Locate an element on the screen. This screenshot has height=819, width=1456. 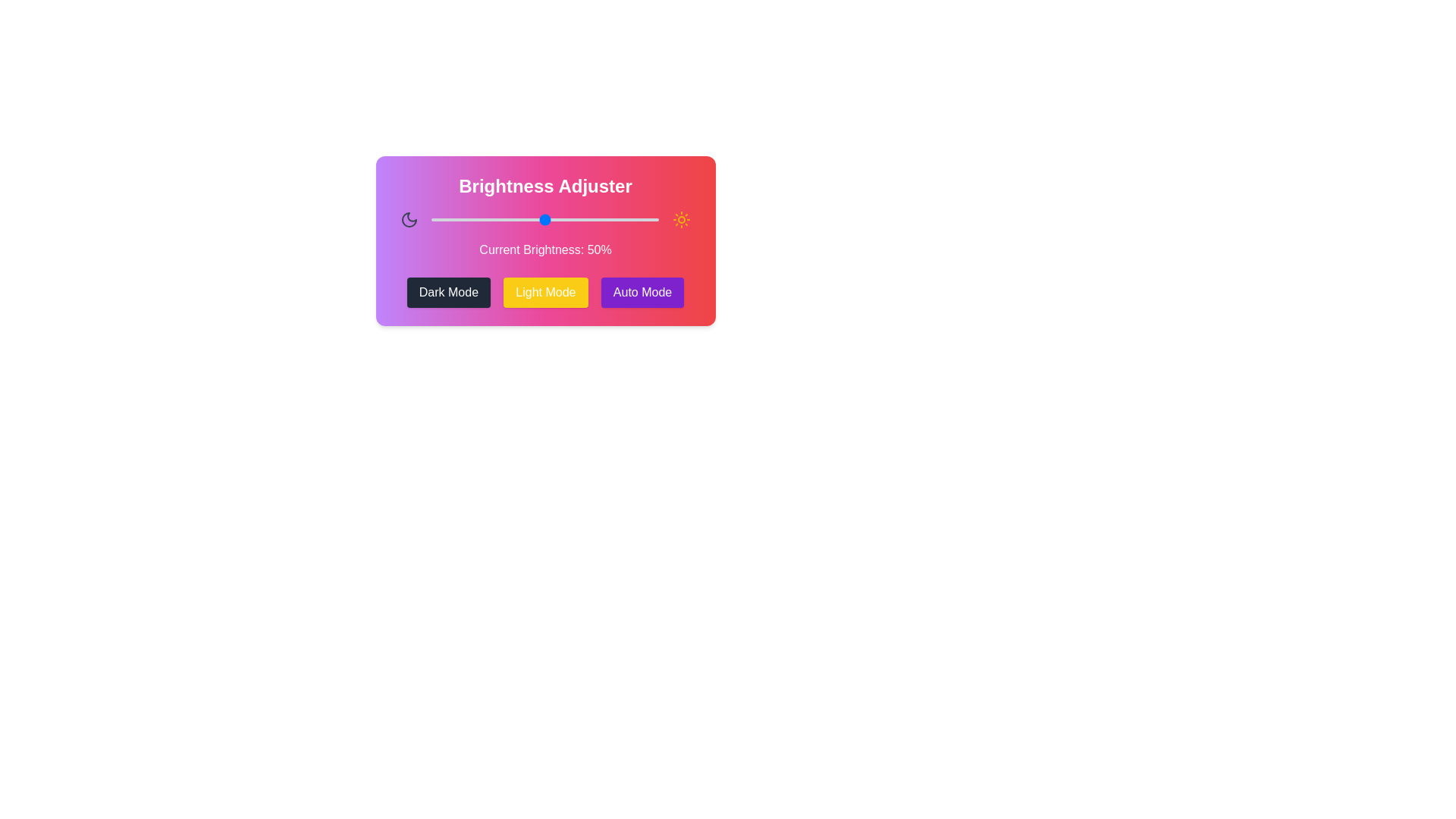
the brightness to 67% by dragging the slider handle is located at coordinates (583, 219).